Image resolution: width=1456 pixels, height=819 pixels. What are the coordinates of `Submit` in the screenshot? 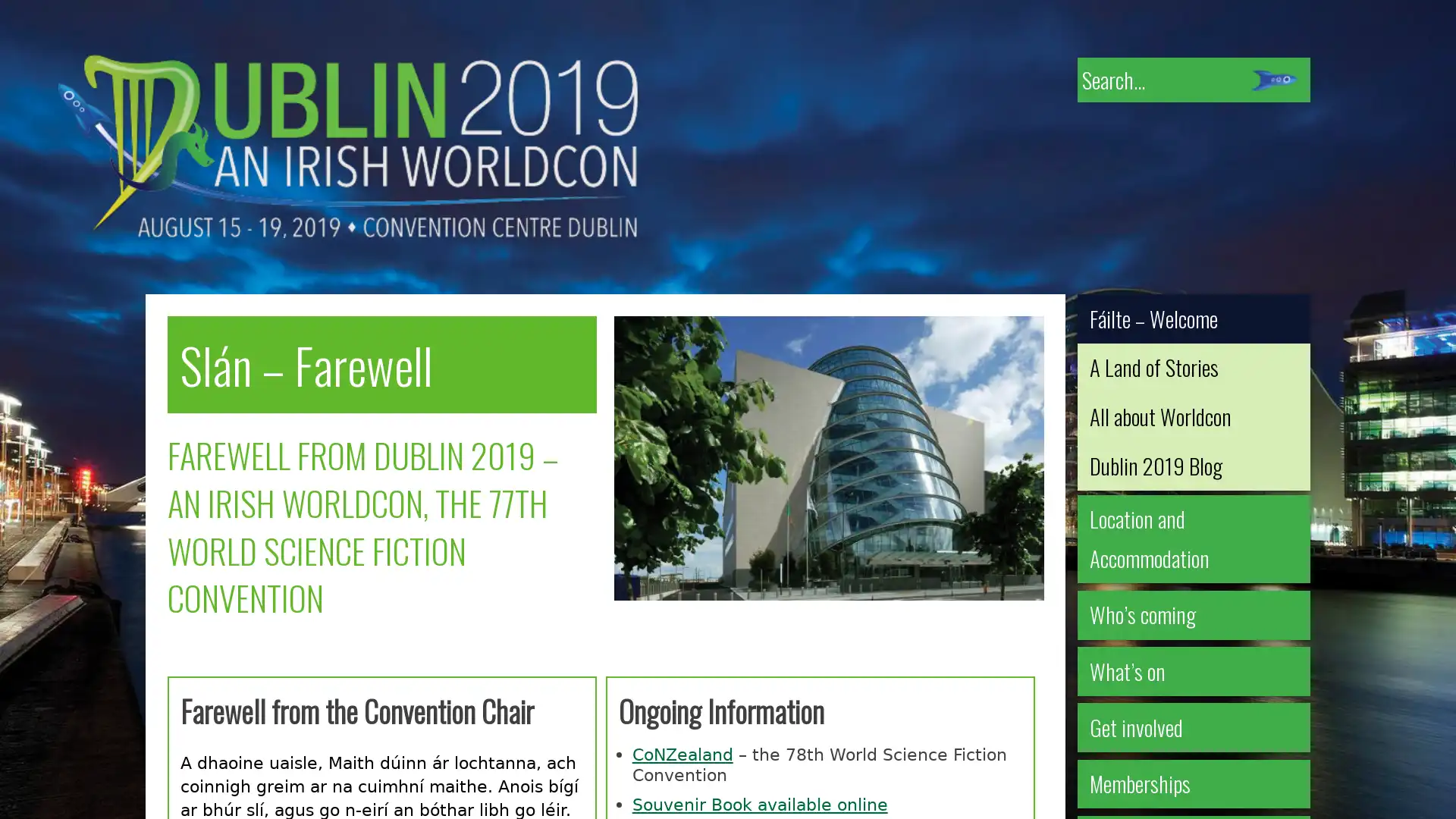 It's located at (1274, 80).